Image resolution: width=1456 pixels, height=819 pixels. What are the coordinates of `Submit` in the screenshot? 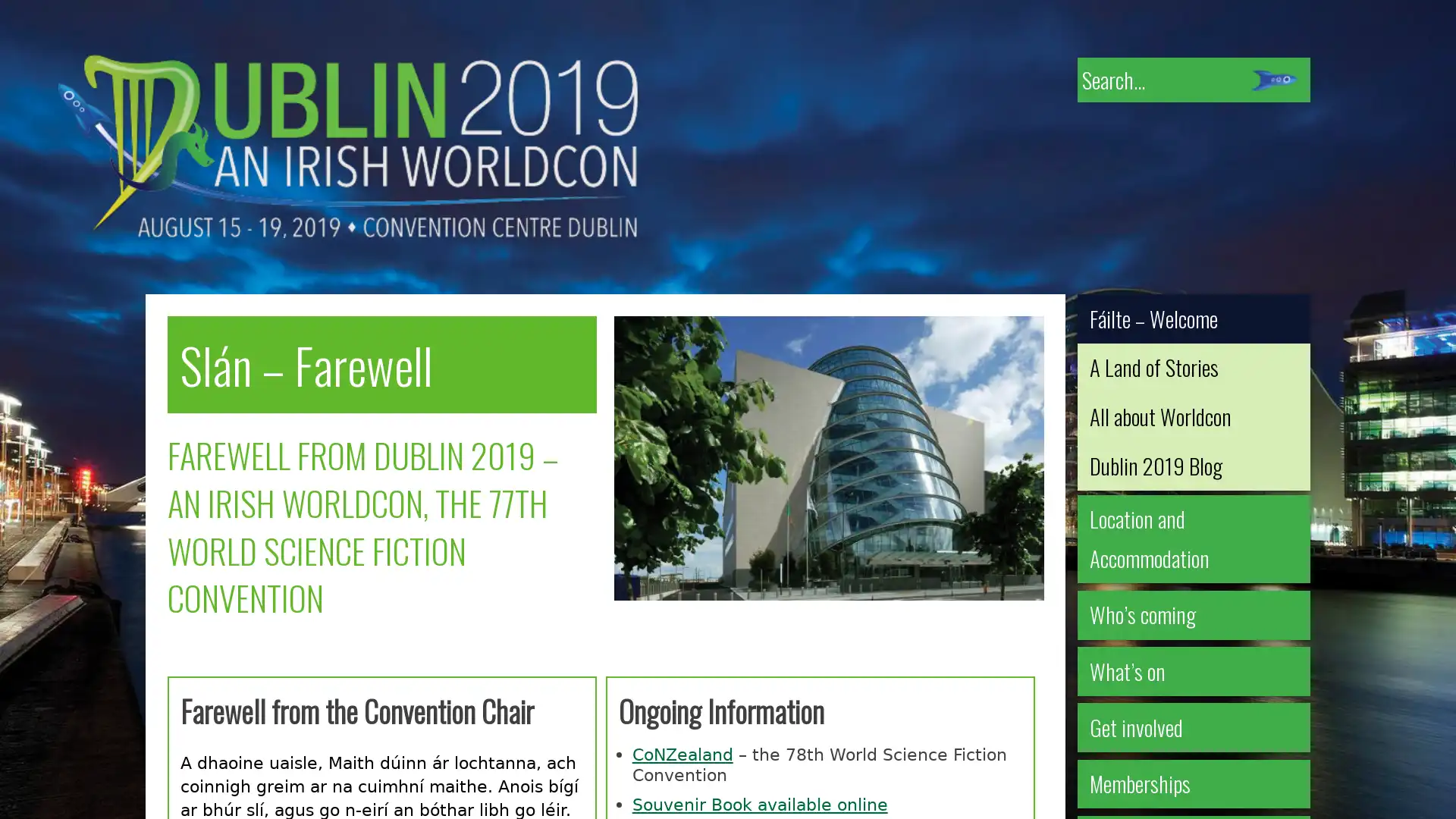 It's located at (1274, 80).